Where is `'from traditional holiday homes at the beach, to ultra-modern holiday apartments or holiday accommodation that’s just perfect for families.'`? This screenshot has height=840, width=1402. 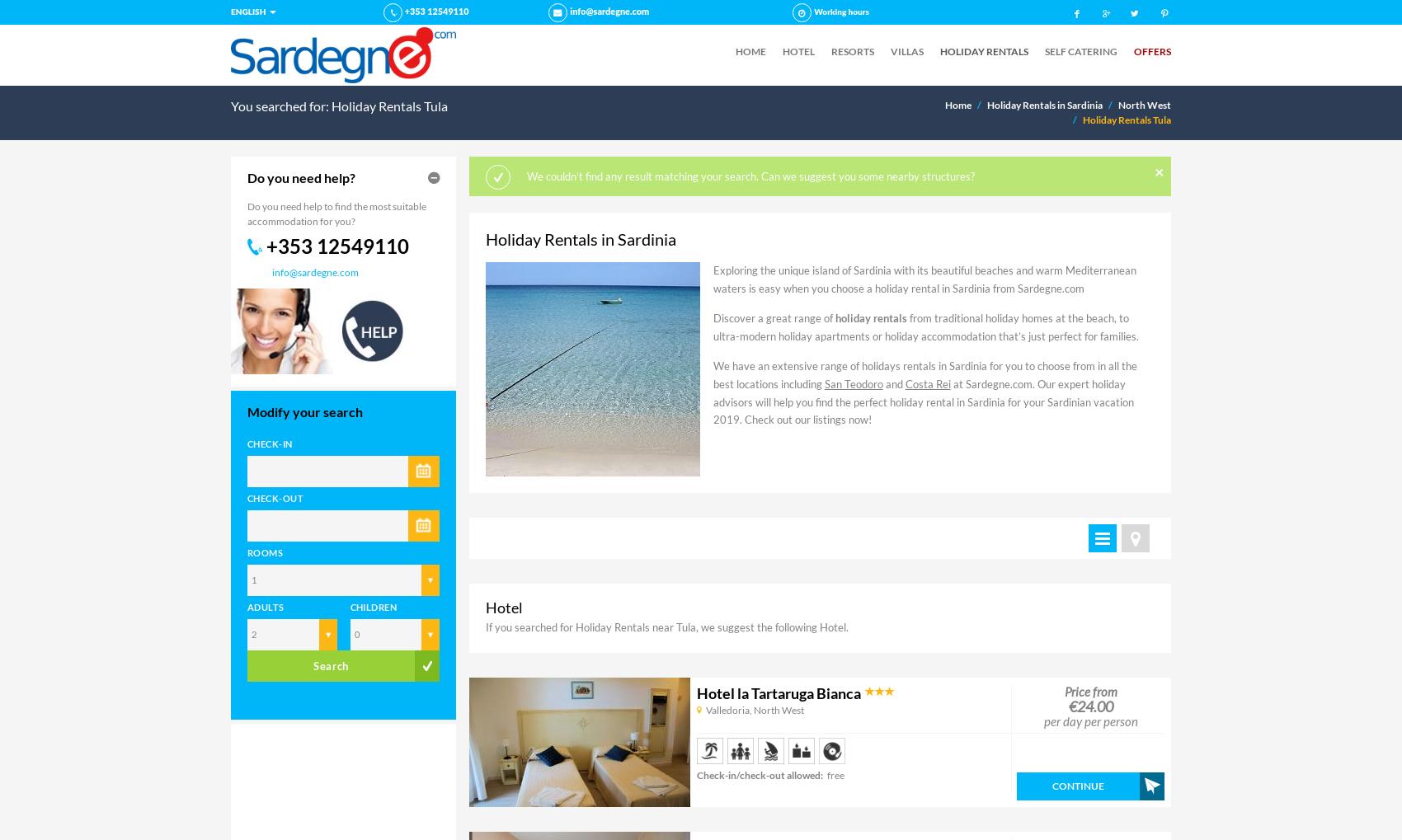 'from traditional holiday homes at the beach, to ultra-modern holiday apartments or holiday accommodation that’s just perfect for families.' is located at coordinates (925, 326).